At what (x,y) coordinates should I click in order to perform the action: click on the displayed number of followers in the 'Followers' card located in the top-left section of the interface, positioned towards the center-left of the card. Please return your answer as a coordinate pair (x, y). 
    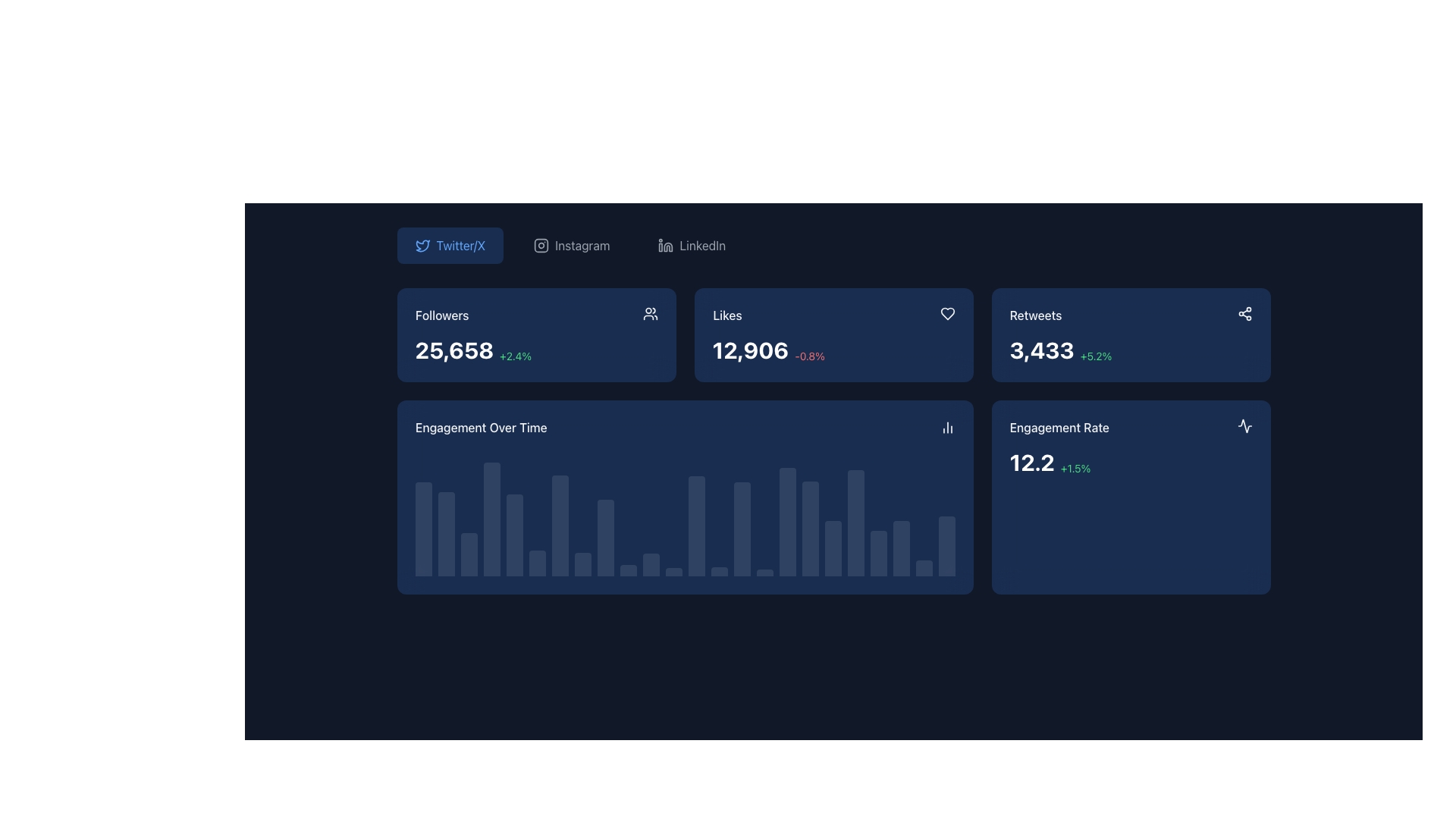
    Looking at the image, I should click on (453, 350).